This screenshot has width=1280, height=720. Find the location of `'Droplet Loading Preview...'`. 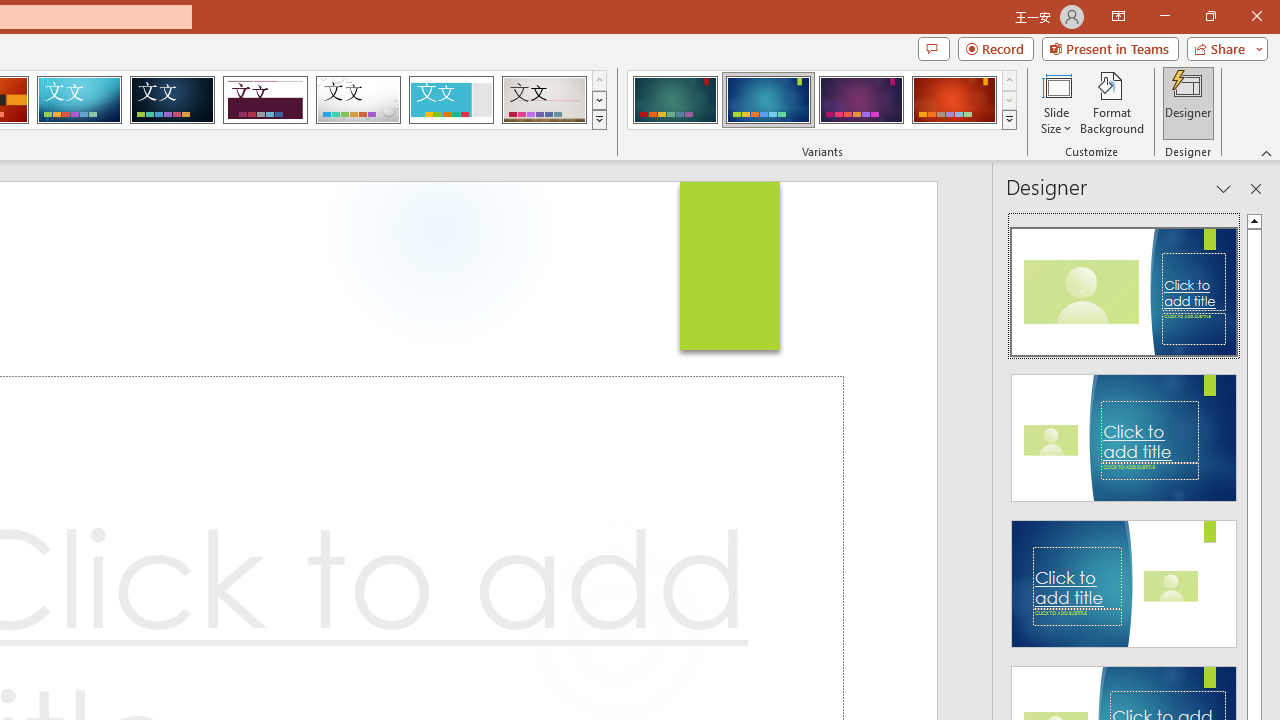

'Droplet Loading Preview...' is located at coordinates (358, 100).